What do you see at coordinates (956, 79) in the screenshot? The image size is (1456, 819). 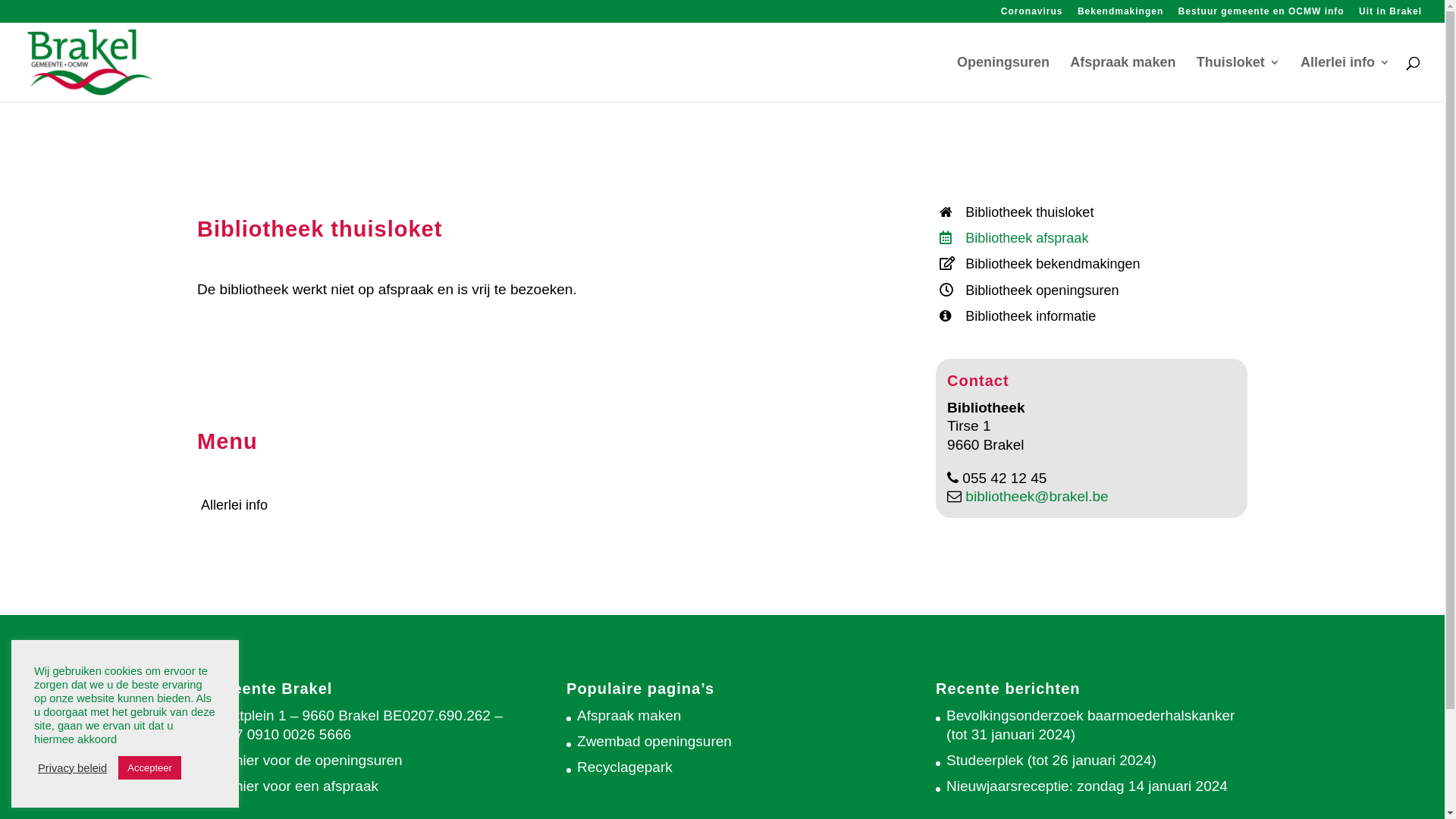 I see `'Openingsuren'` at bounding box center [956, 79].